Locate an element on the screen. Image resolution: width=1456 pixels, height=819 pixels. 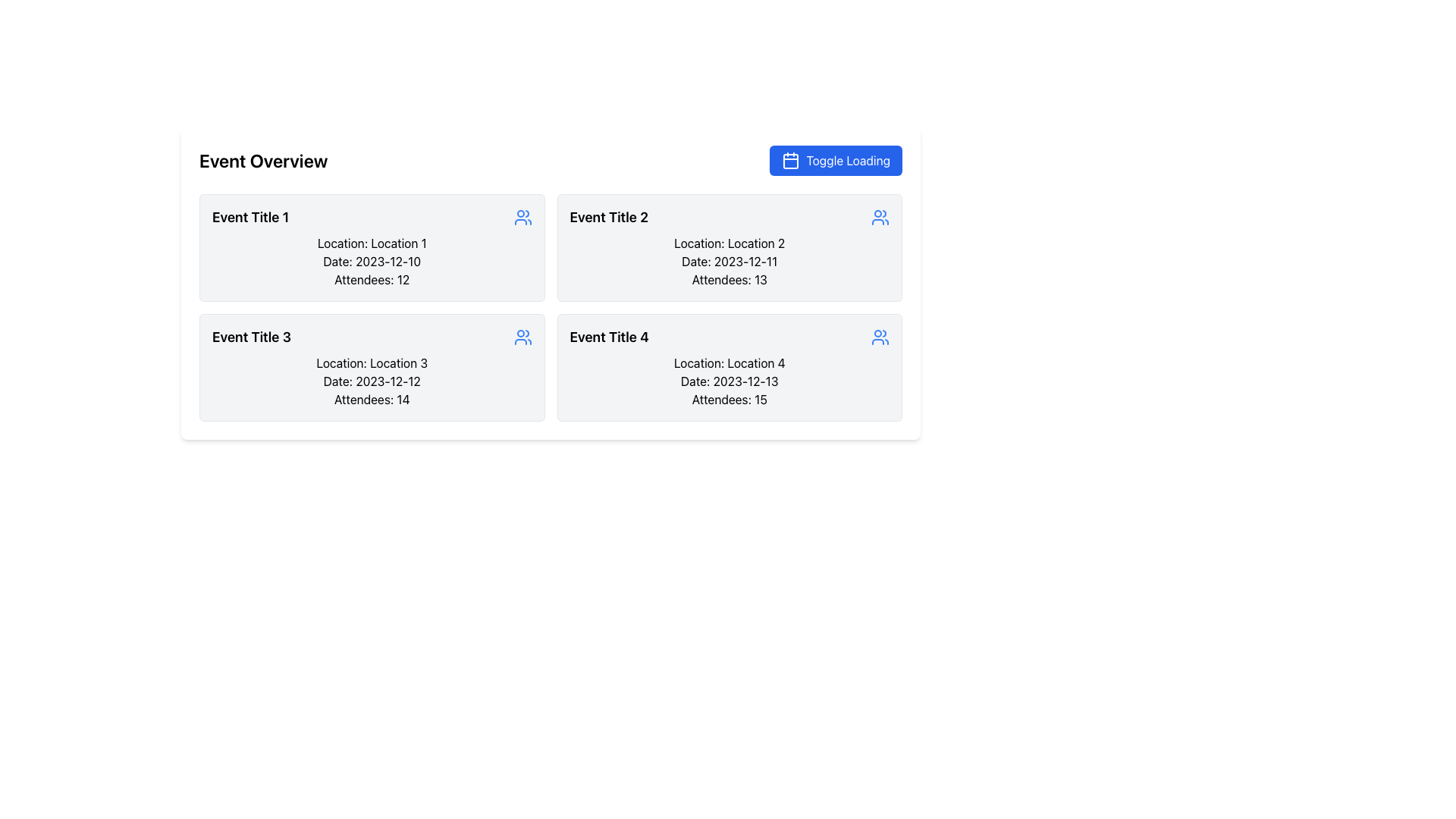
contents of the Static Text Label displaying the date '2023-12-12' located in the third event card titled 'Event Title 3', positioned below 'Location: Location 3' and above 'Attendees: 14' is located at coordinates (372, 380).